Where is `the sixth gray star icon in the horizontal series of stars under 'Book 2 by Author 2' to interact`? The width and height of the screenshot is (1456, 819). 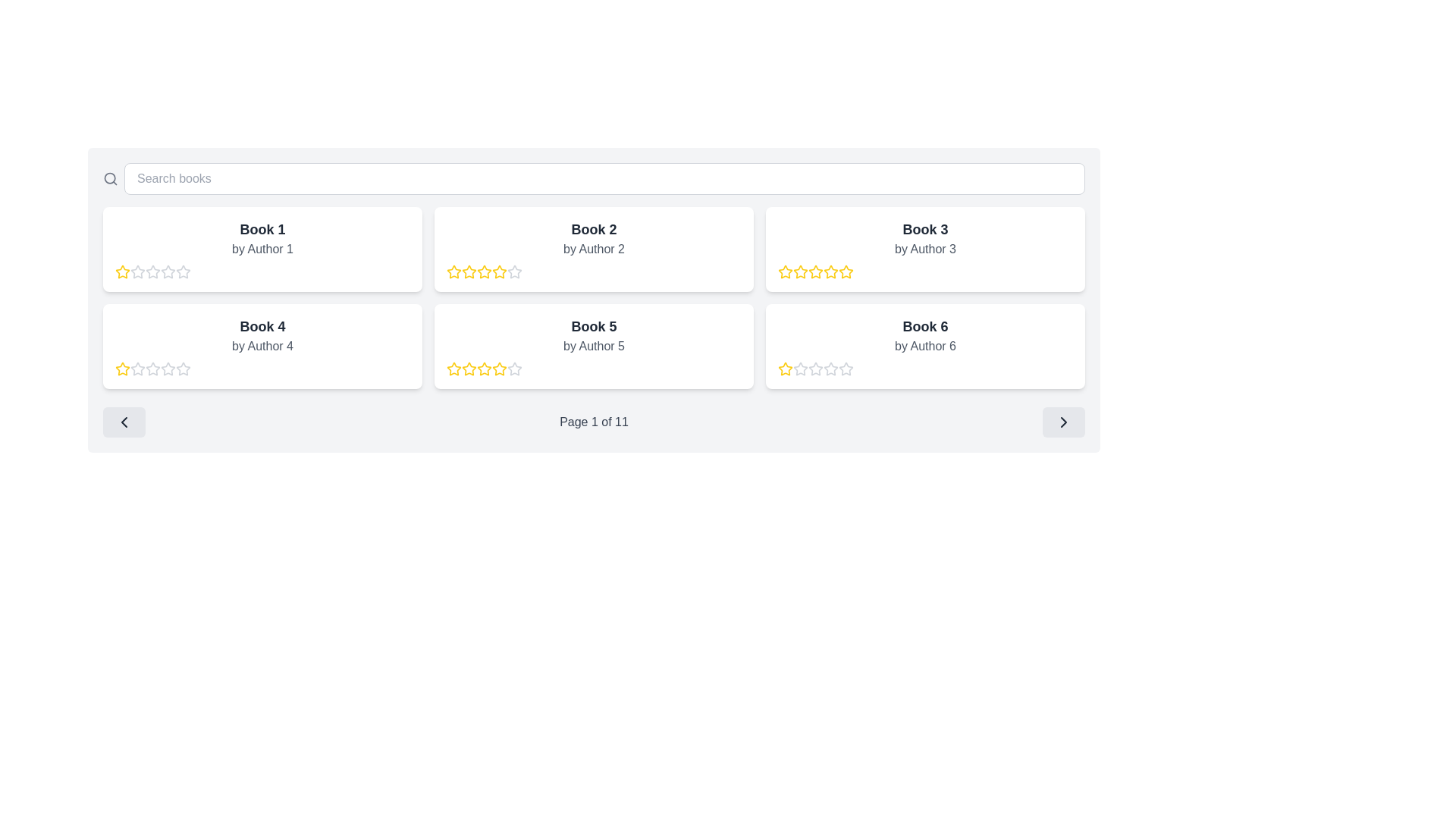
the sixth gray star icon in the horizontal series of stars under 'Book 2 by Author 2' to interact is located at coordinates (514, 271).